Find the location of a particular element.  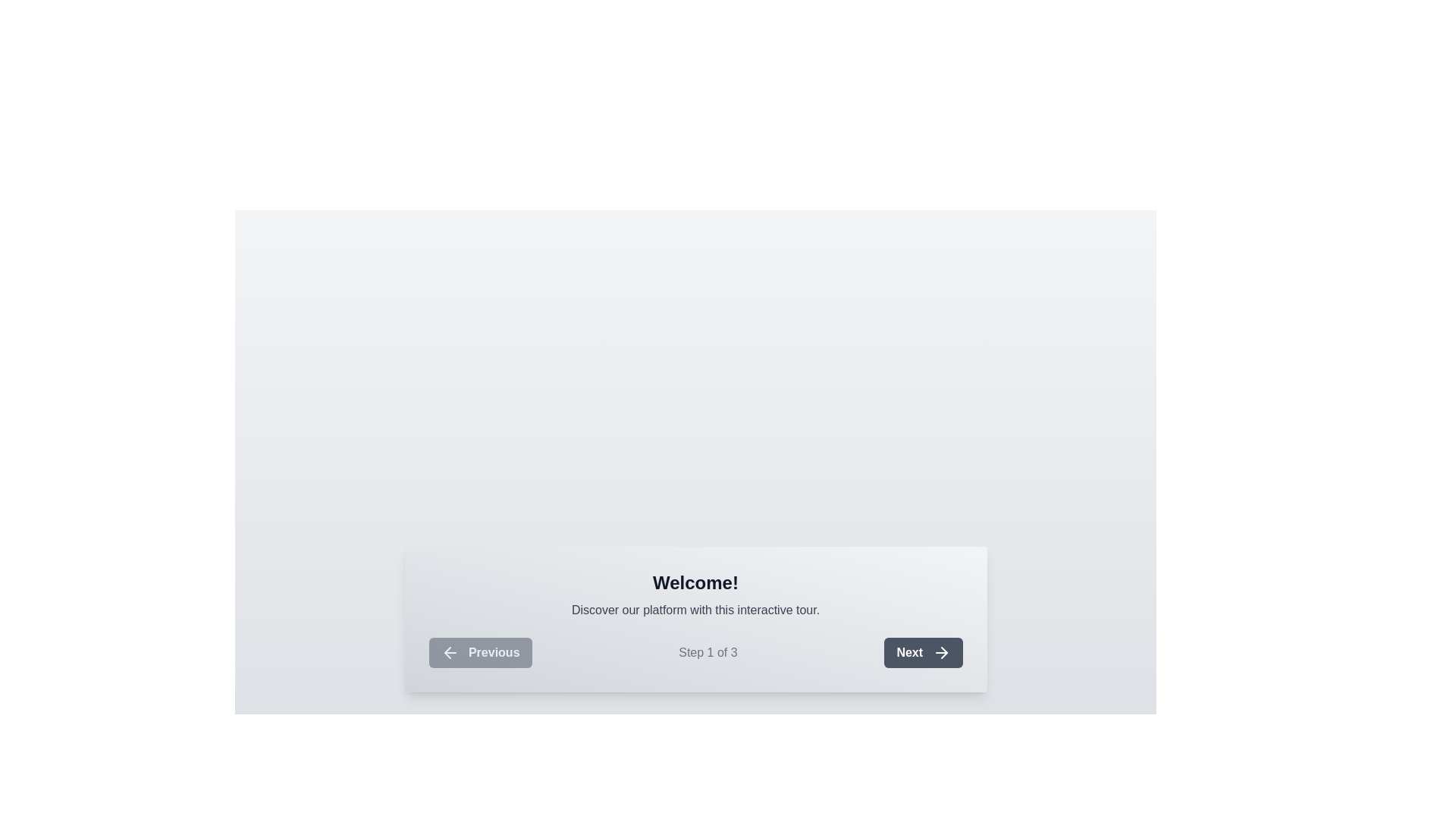

the text label that indicates the current navigation status of the application tour, which displays 'Step 1 of 3' and is located at the bottom-right between the 'Previous' and 'Next' buttons is located at coordinates (695, 651).